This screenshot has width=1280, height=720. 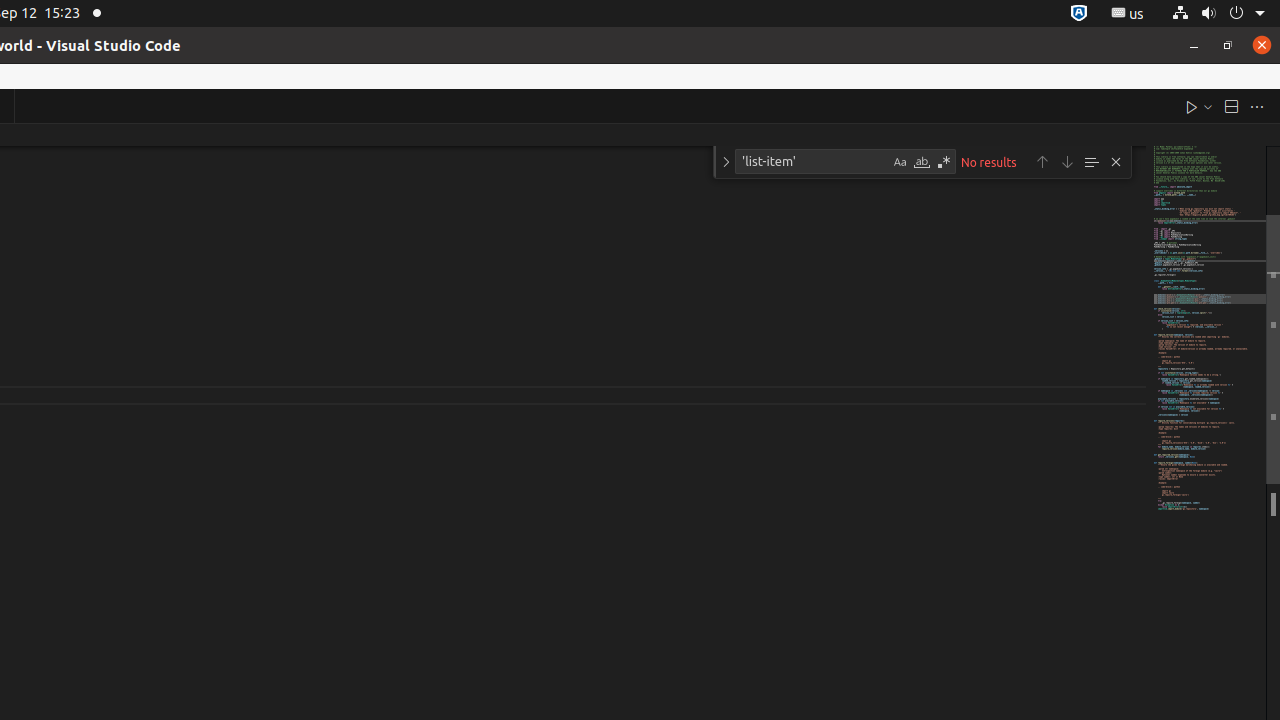 I want to click on 'Next Match (Enter)', so click(x=1066, y=160).